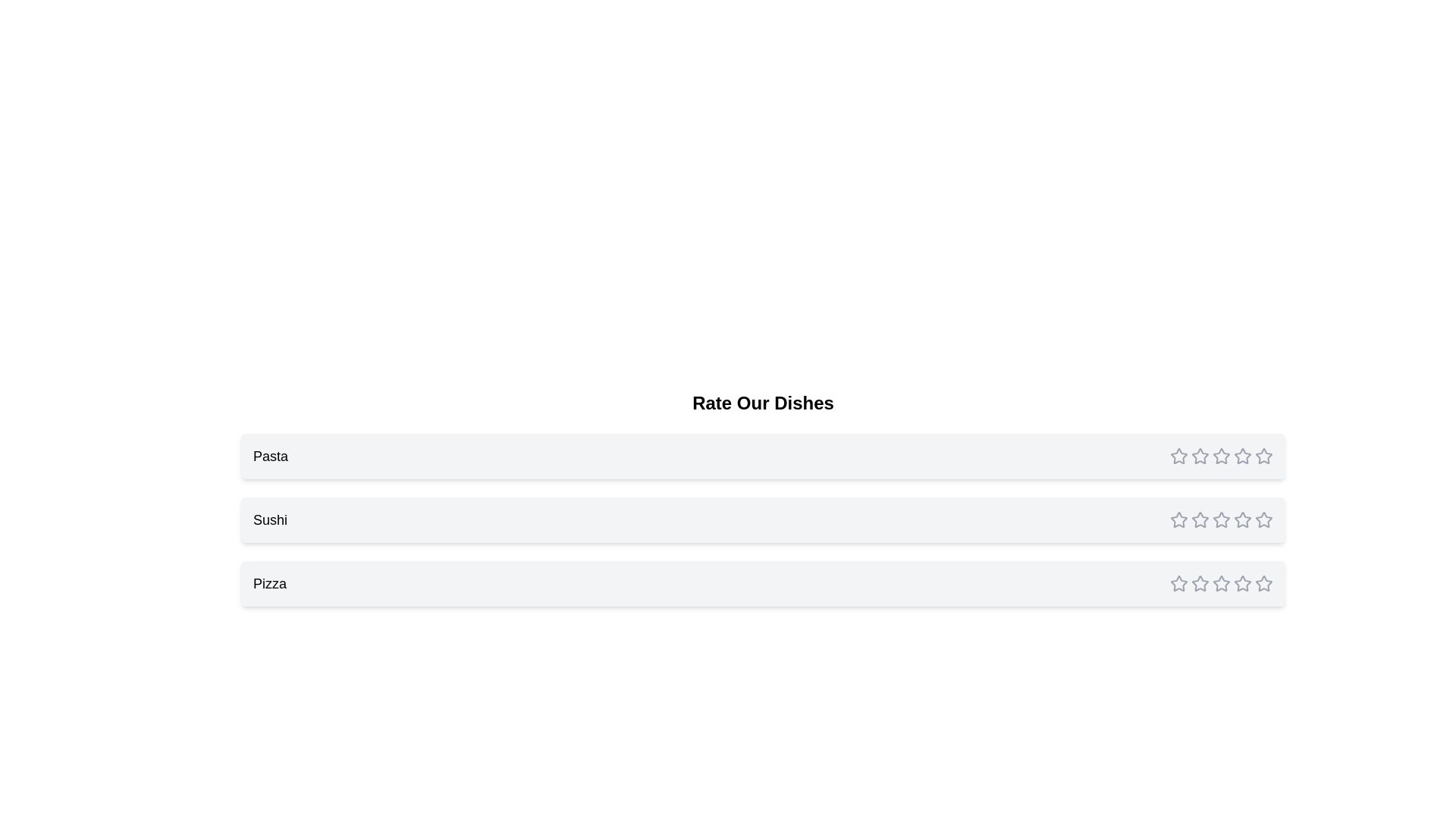 This screenshot has height=819, width=1456. Describe the element at coordinates (1222, 455) in the screenshot. I see `the third star icon in the 'Pasta' rating component` at that location.